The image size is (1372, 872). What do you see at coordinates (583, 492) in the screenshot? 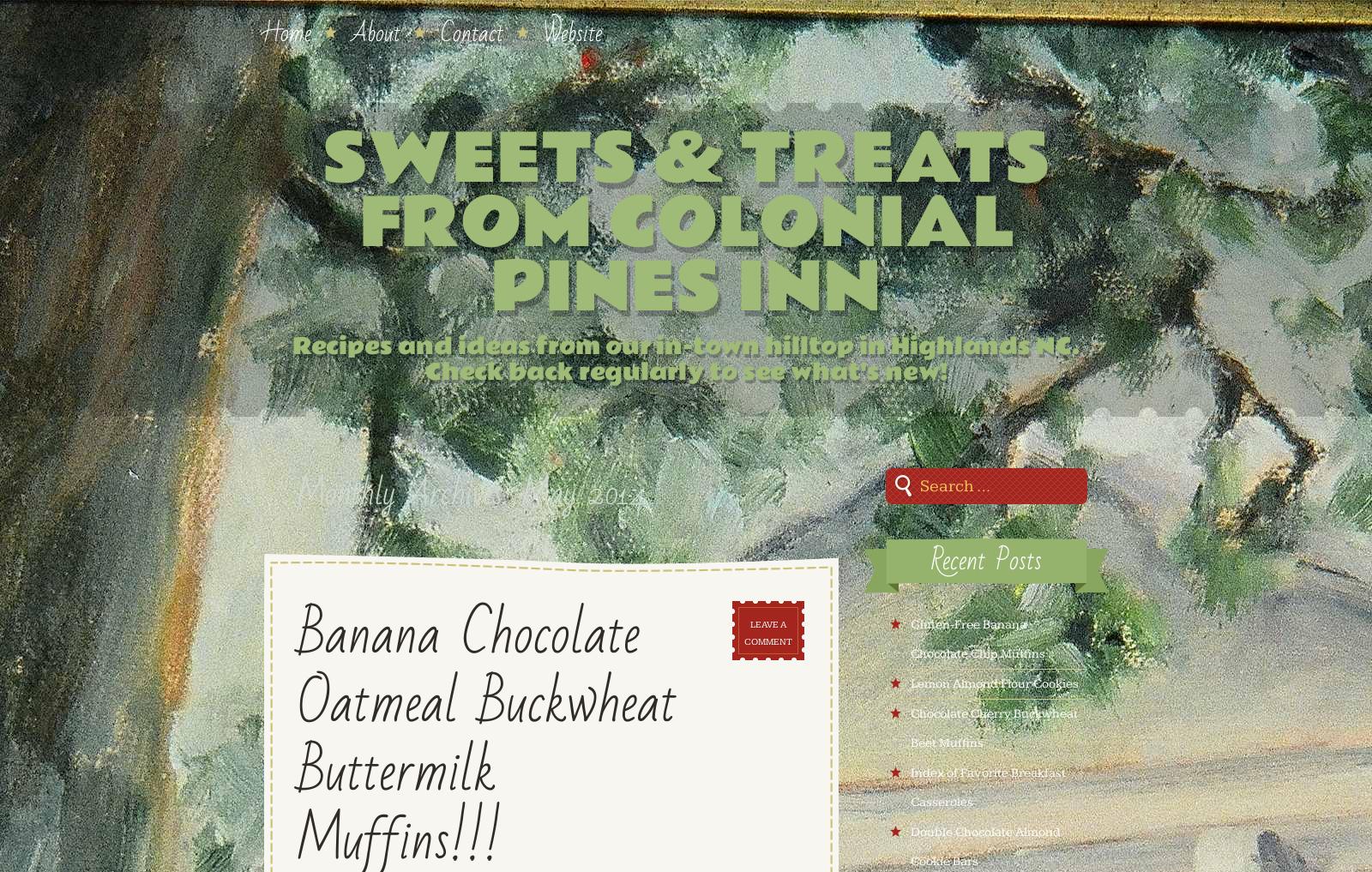
I see `'May 2014'` at bounding box center [583, 492].